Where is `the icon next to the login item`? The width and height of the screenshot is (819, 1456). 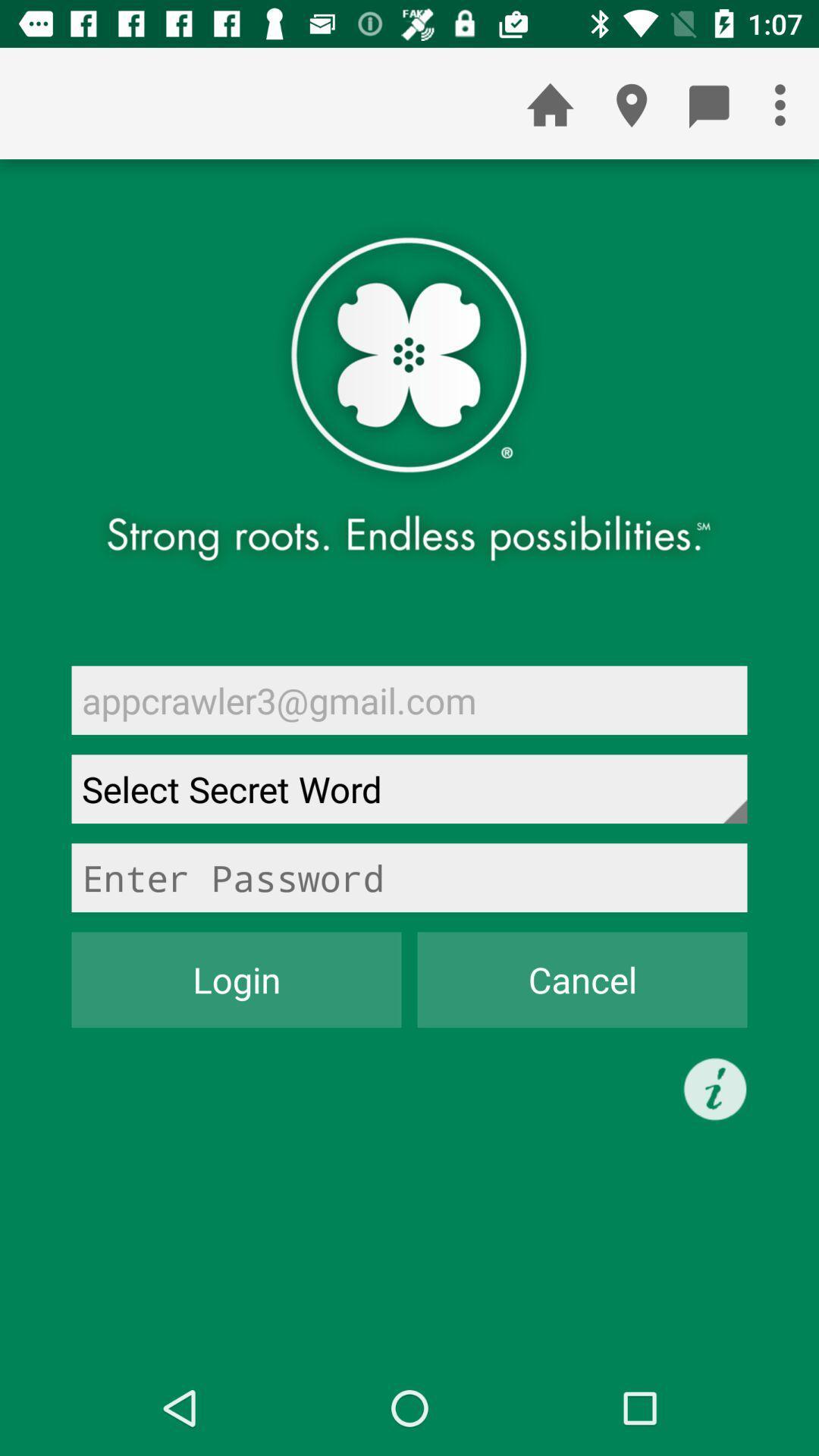 the icon next to the login item is located at coordinates (581, 980).